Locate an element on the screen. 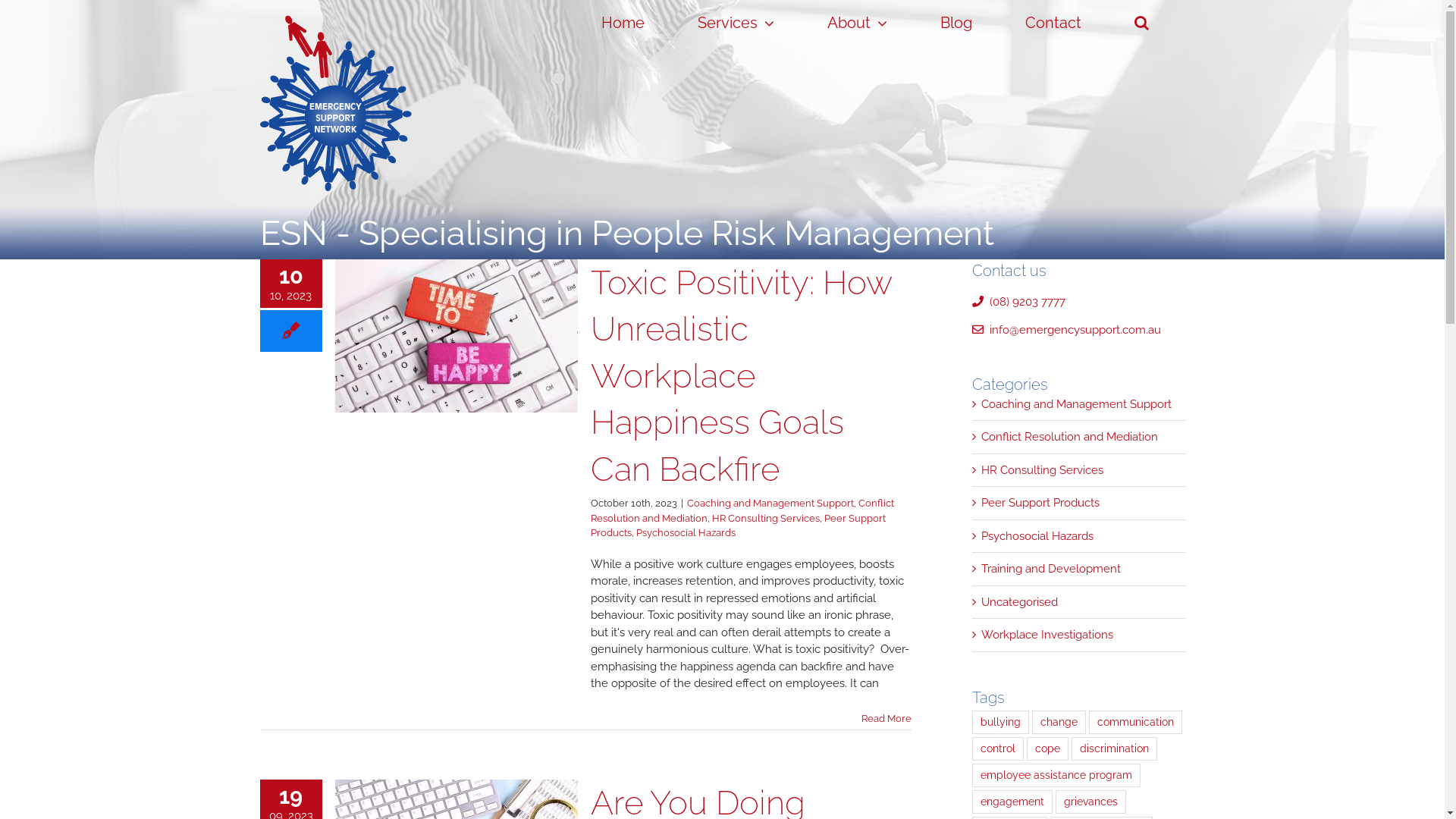 The image size is (1456, 819). 'Contact' is located at coordinates (1053, 23).